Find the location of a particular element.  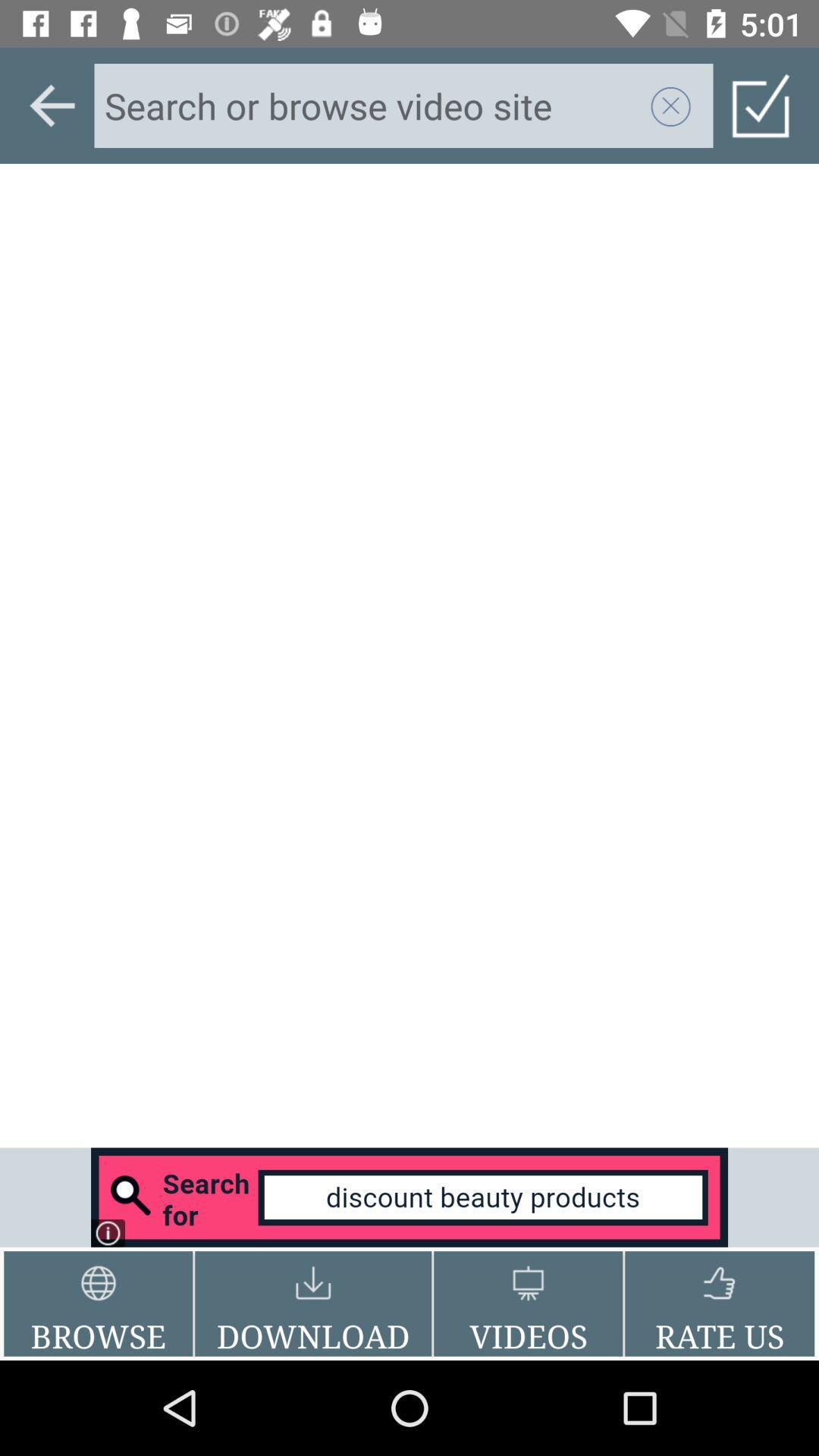

item at the top left corner is located at coordinates (52, 105).